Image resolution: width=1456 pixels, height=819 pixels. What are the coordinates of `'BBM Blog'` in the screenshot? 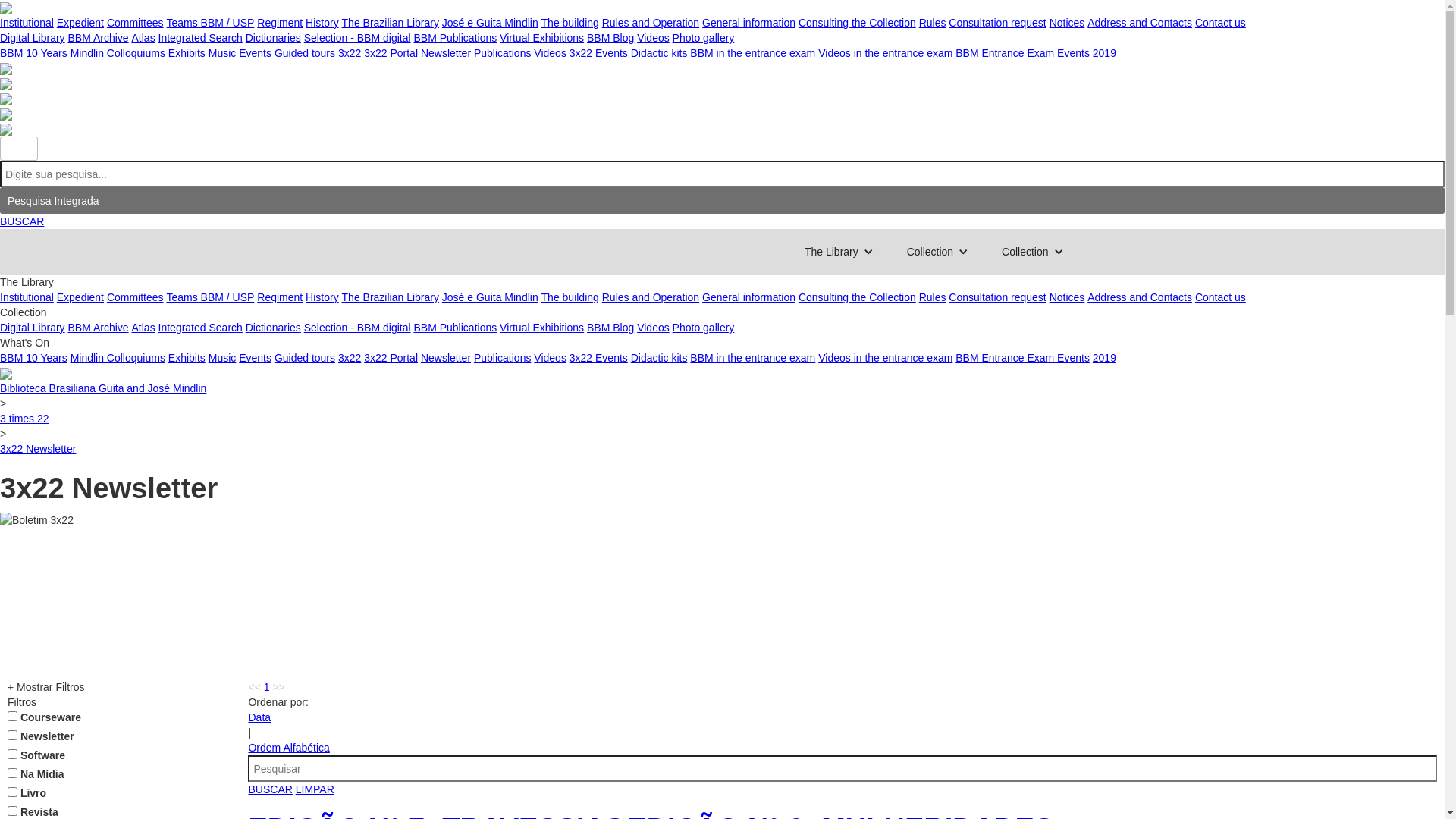 It's located at (610, 37).